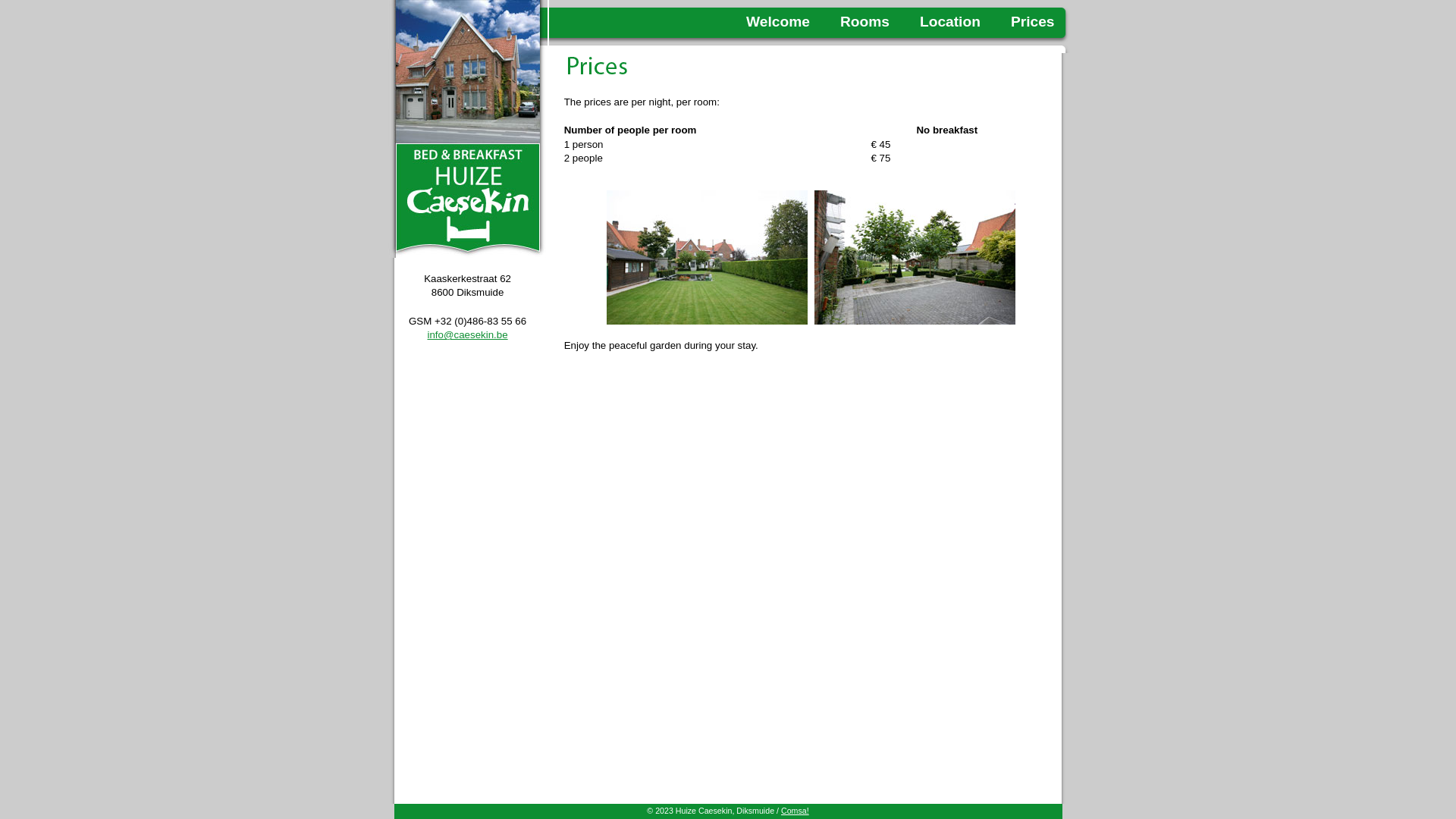 The width and height of the screenshot is (1456, 819). I want to click on 'Prices', so click(1011, 21).